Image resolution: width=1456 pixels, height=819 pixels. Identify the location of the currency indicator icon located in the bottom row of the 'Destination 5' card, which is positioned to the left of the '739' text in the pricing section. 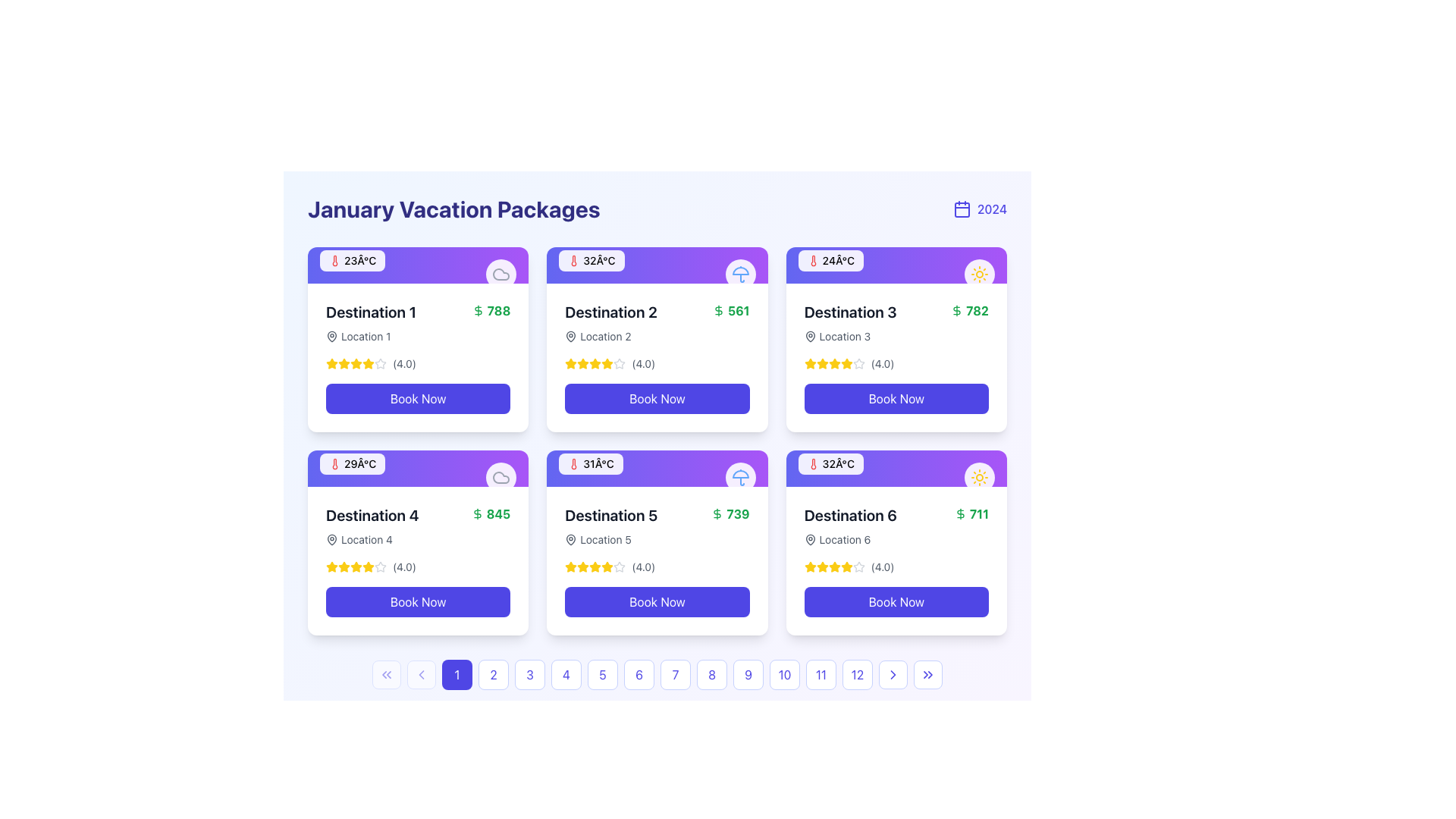
(717, 513).